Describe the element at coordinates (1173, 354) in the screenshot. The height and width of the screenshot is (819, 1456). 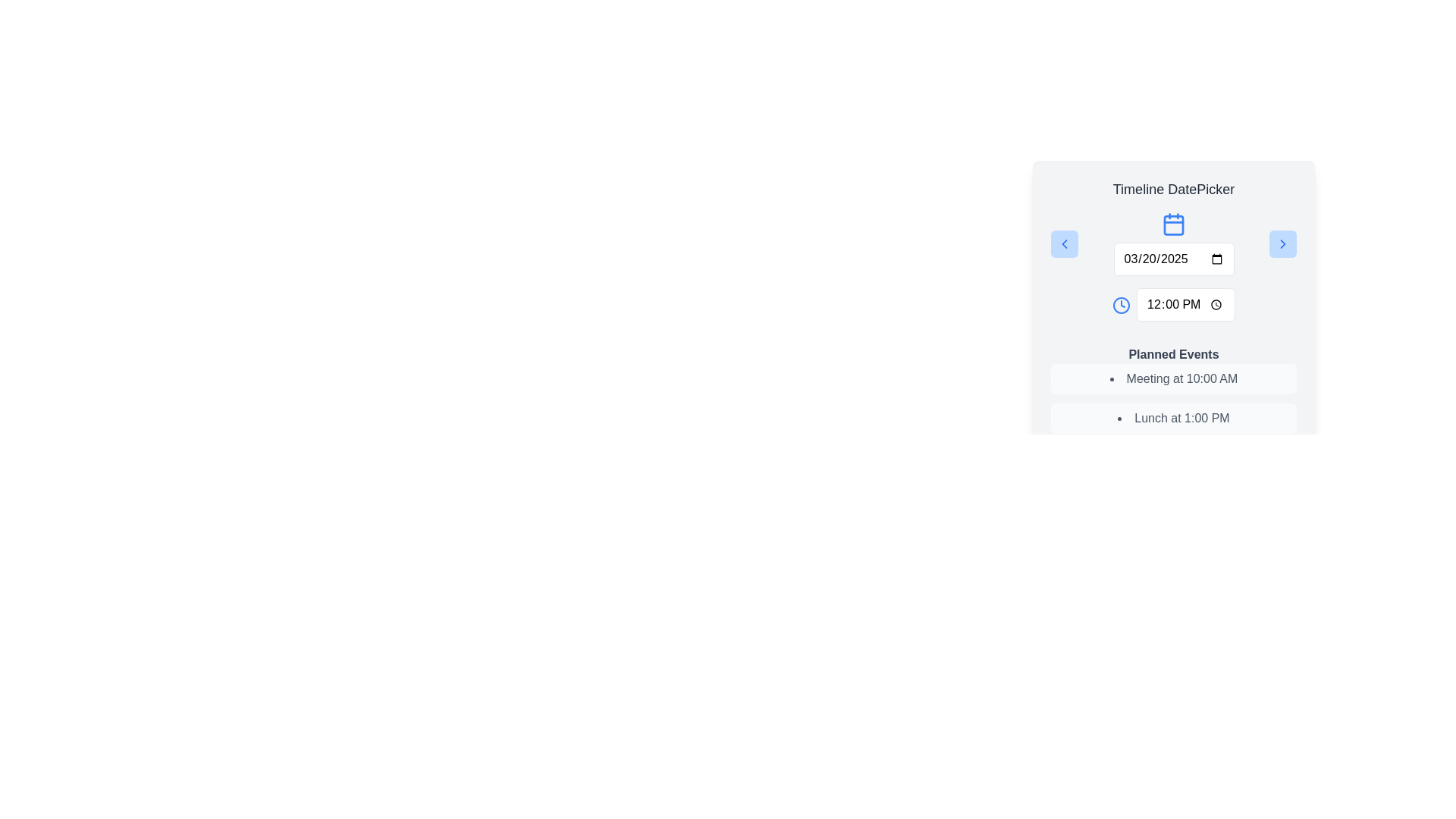
I see `the 'Planned Events' text label, which is styled in bold gray font and serves as a header for a list of events within a card interface` at that location.